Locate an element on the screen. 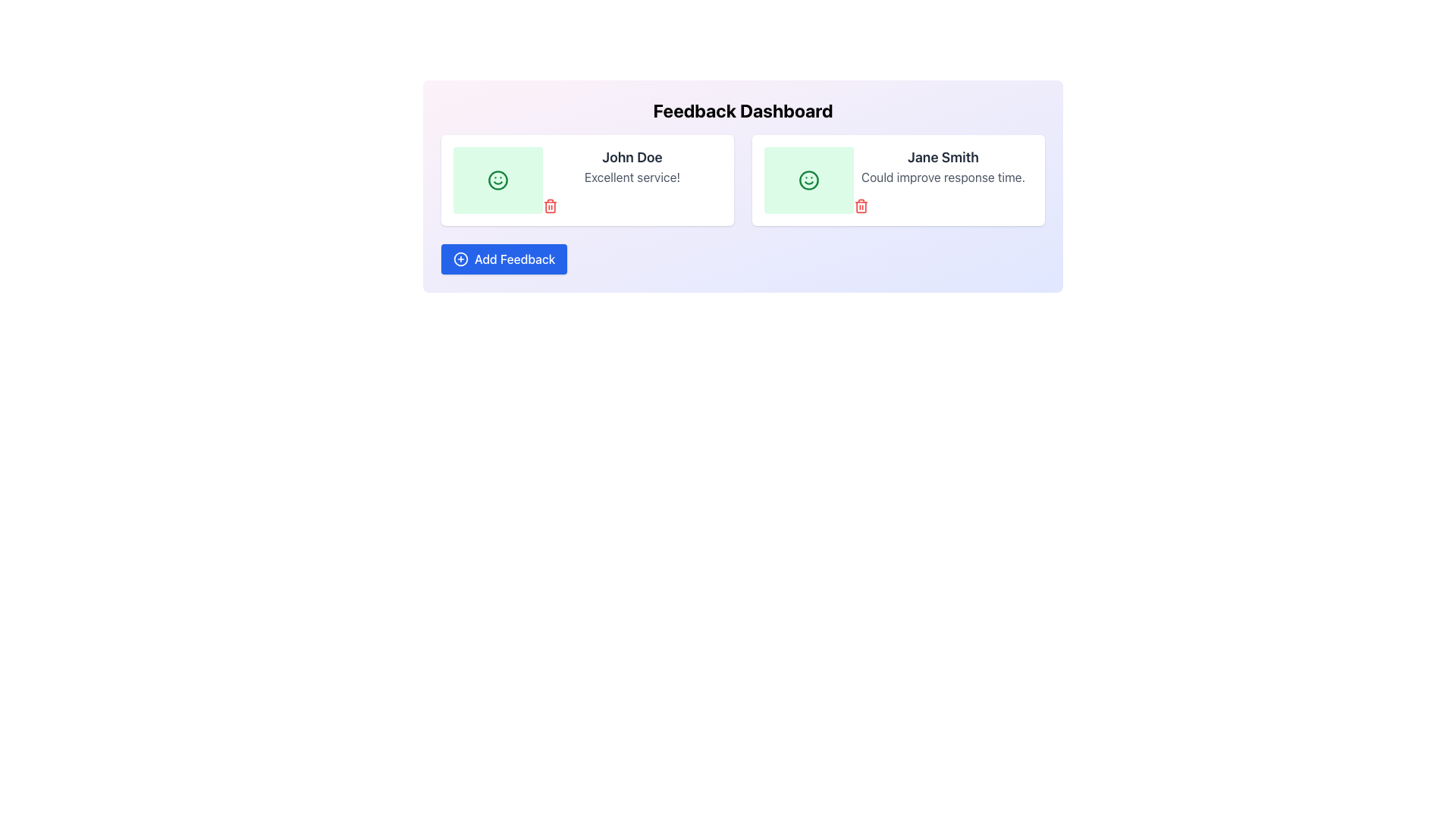  the Text Display element that shows the author's name in the feedback card on the right side of the Feedback Dashboard, located at the top-center of the card is located at coordinates (942, 158).